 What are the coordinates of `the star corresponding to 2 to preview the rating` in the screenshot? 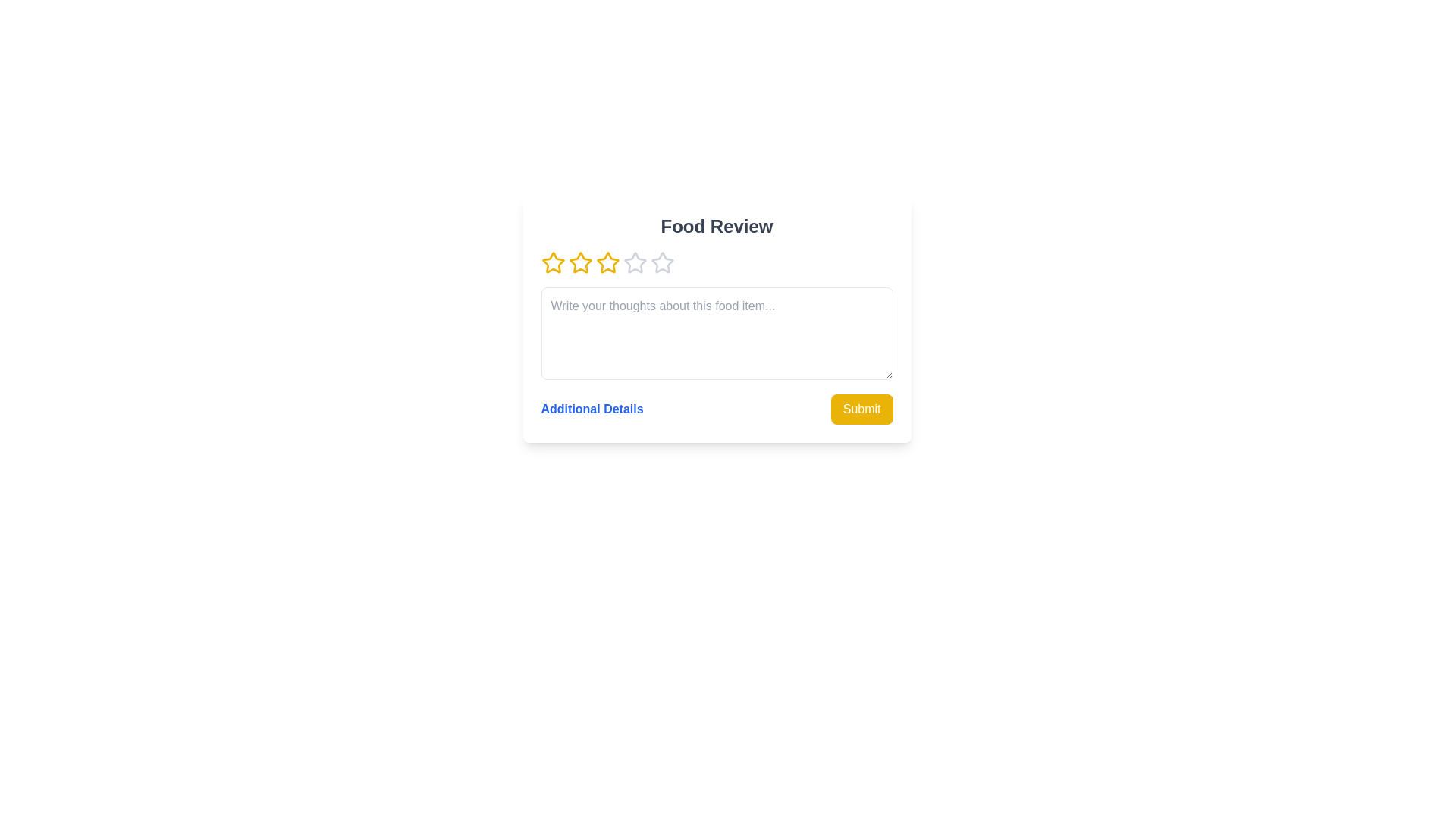 It's located at (579, 262).